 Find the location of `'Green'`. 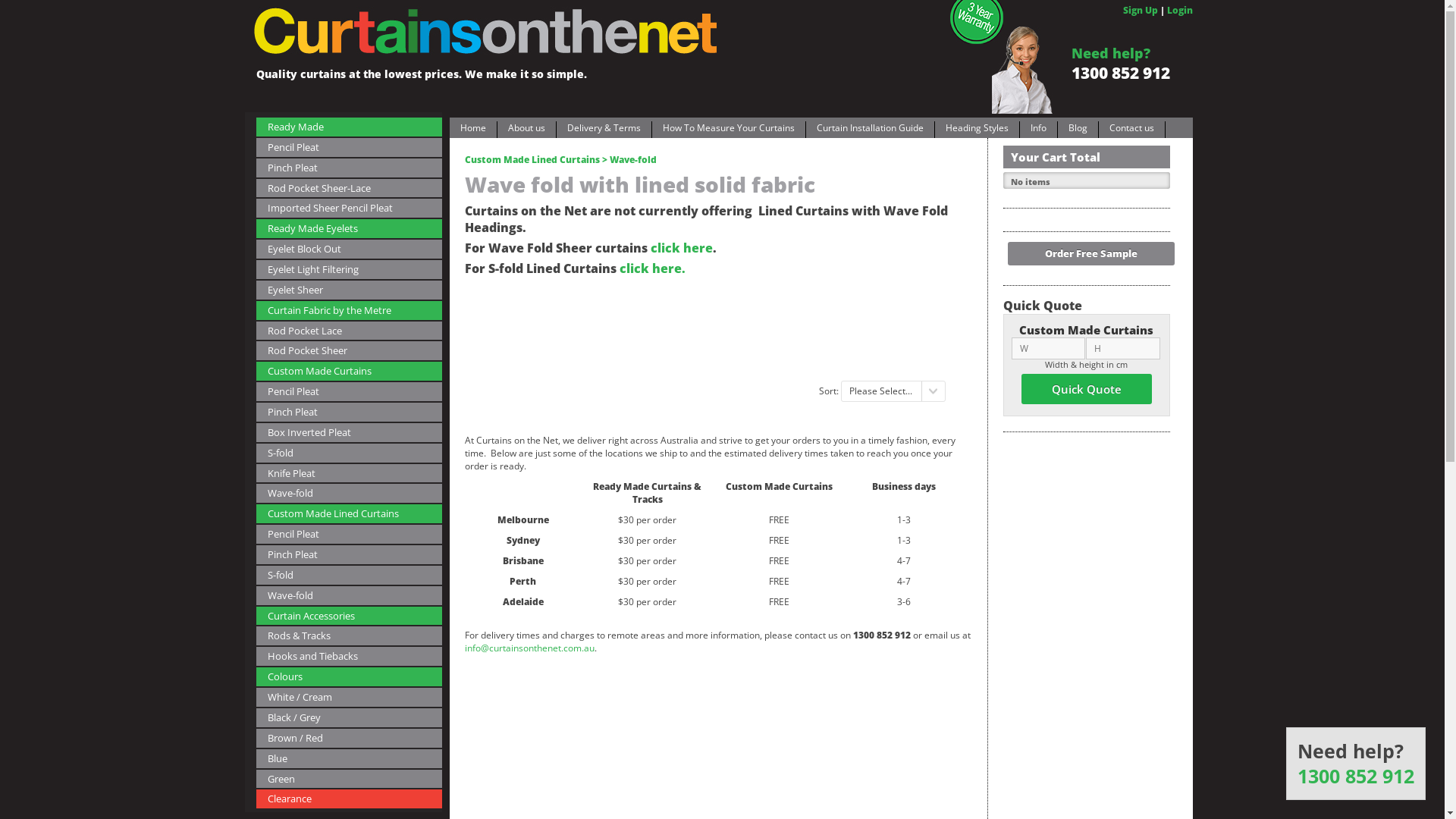

'Green' is located at coordinates (348, 778).